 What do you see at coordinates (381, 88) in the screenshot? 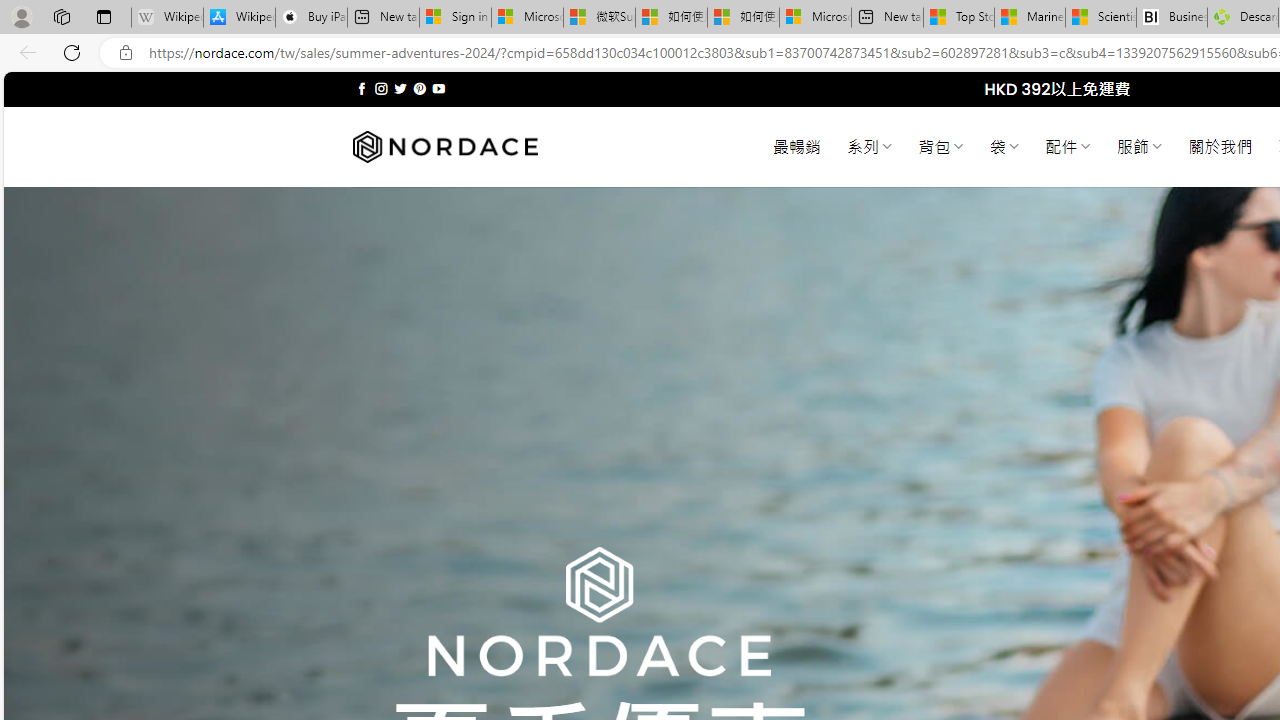
I see `'Follow on Instagram'` at bounding box center [381, 88].